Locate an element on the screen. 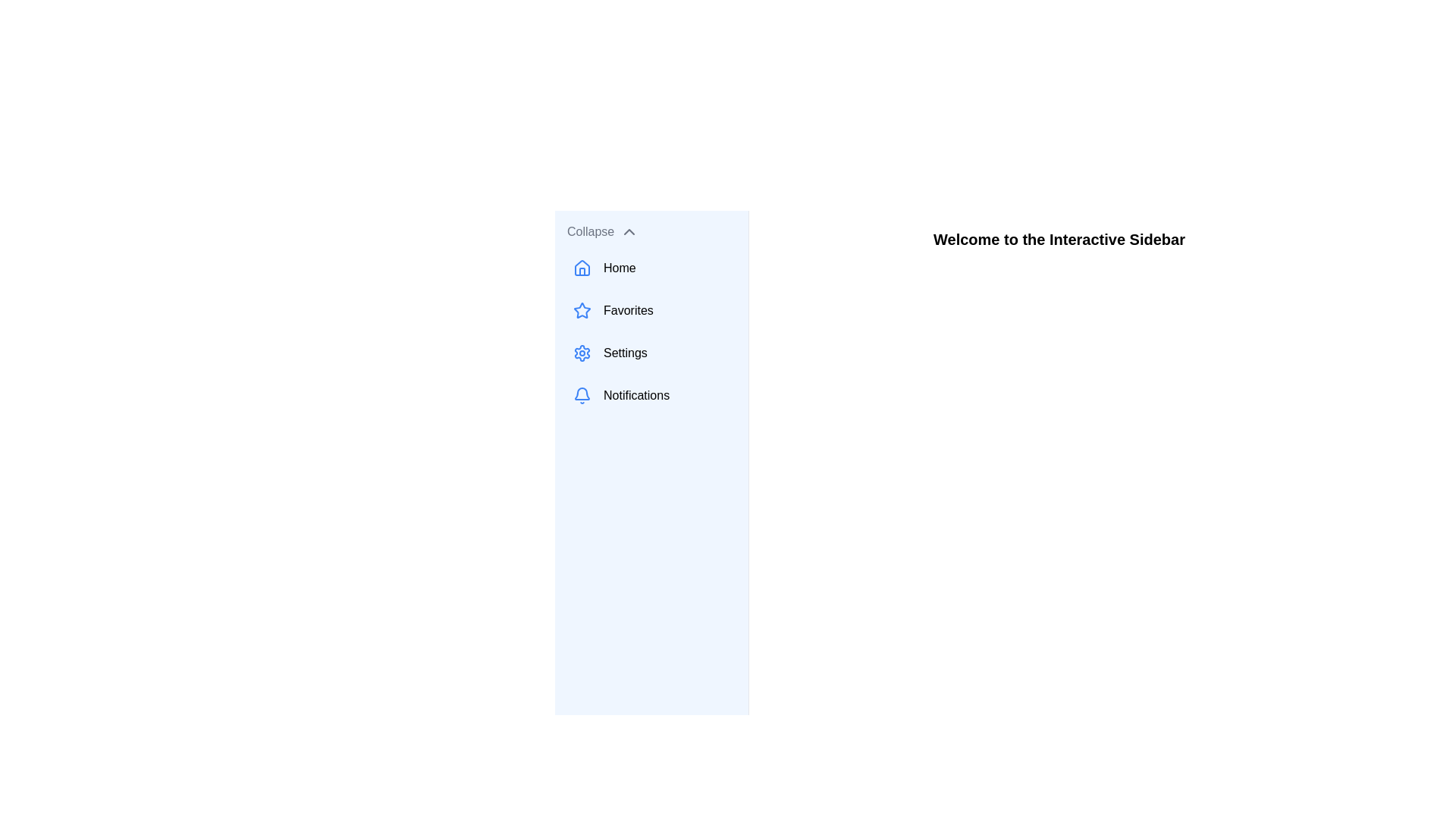  the star-shaped icon outlined in blue that is located to the left of the 'Favorites' text in the sidebar menu is located at coordinates (582, 309).